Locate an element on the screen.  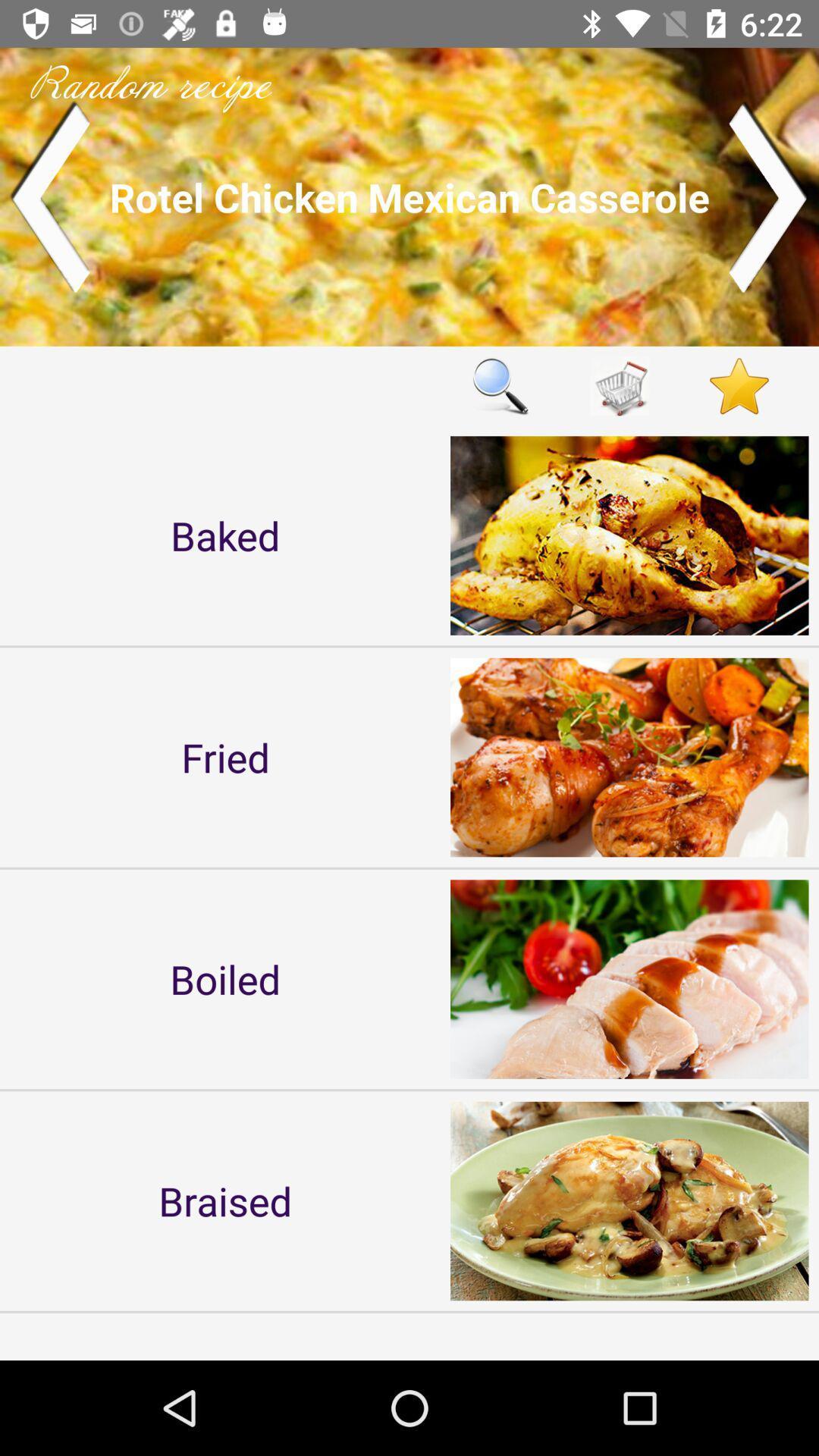
cart is located at coordinates (620, 386).